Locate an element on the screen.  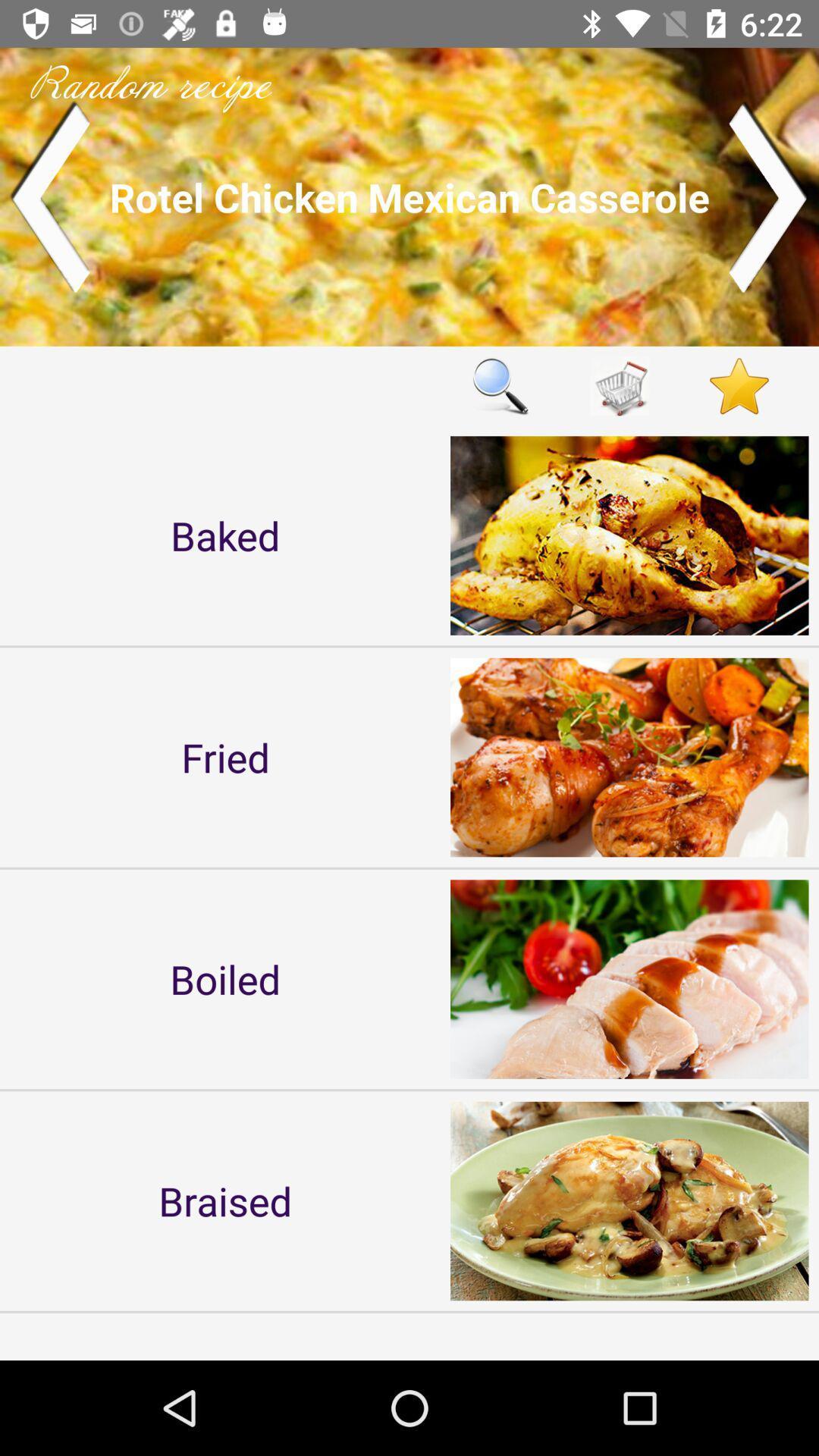
cart is located at coordinates (620, 386).